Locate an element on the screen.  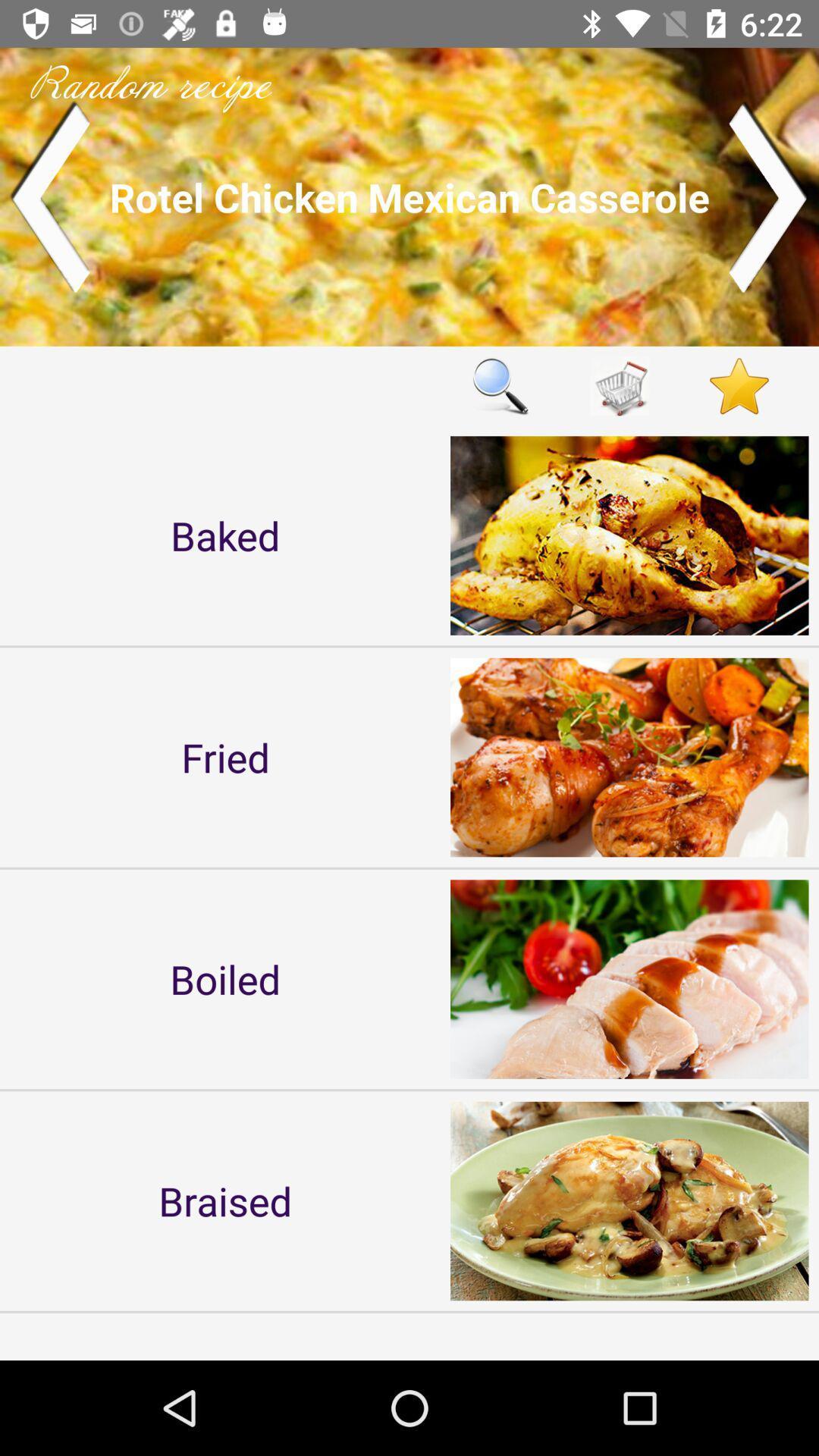
cart is located at coordinates (620, 386).